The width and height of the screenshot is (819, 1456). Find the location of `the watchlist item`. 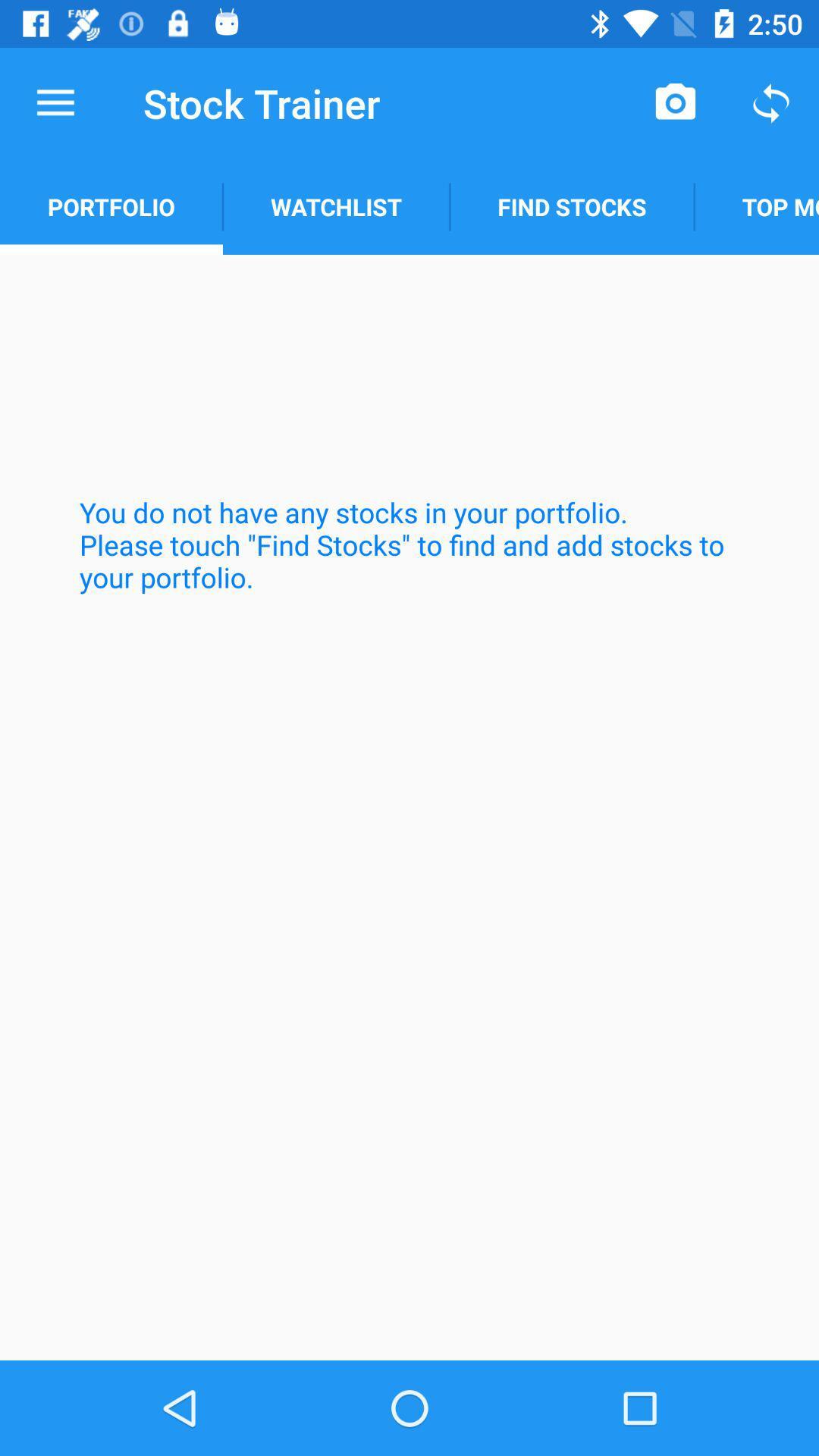

the watchlist item is located at coordinates (335, 206).